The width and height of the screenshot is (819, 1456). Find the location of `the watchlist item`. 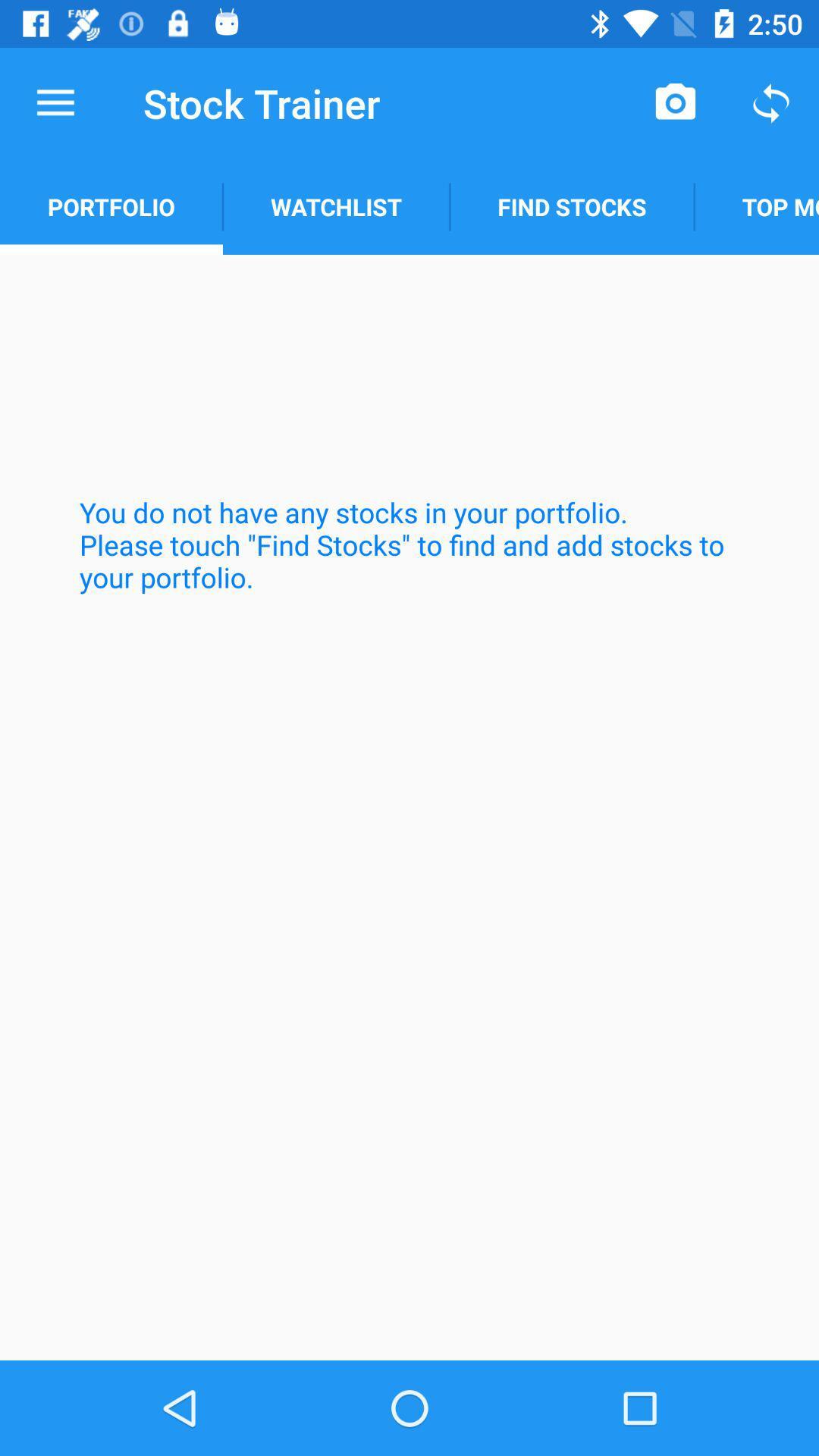

the watchlist item is located at coordinates (335, 206).